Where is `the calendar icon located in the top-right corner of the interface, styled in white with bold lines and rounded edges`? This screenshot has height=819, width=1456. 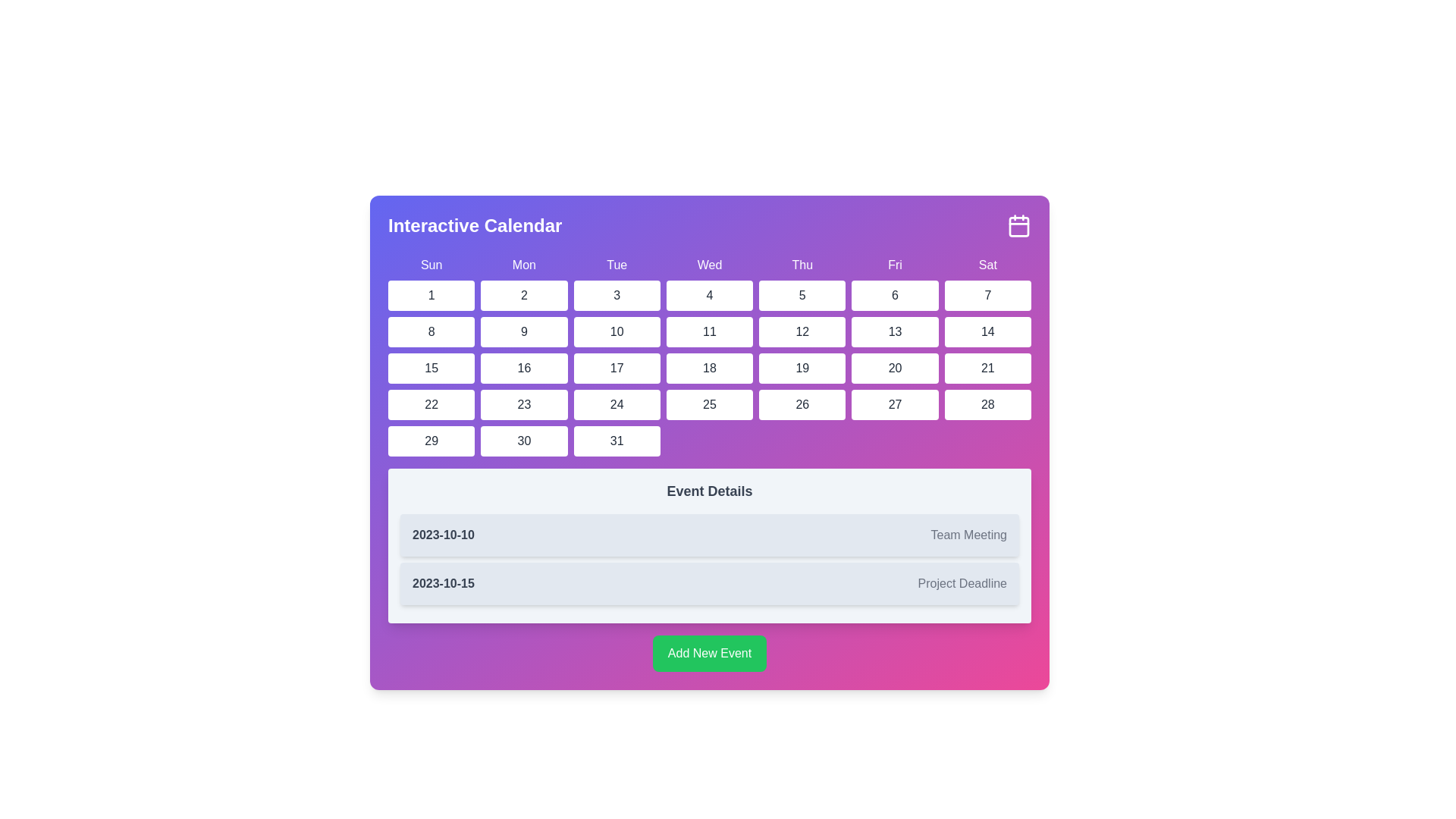 the calendar icon located in the top-right corner of the interface, styled in white with bold lines and rounded edges is located at coordinates (1019, 225).